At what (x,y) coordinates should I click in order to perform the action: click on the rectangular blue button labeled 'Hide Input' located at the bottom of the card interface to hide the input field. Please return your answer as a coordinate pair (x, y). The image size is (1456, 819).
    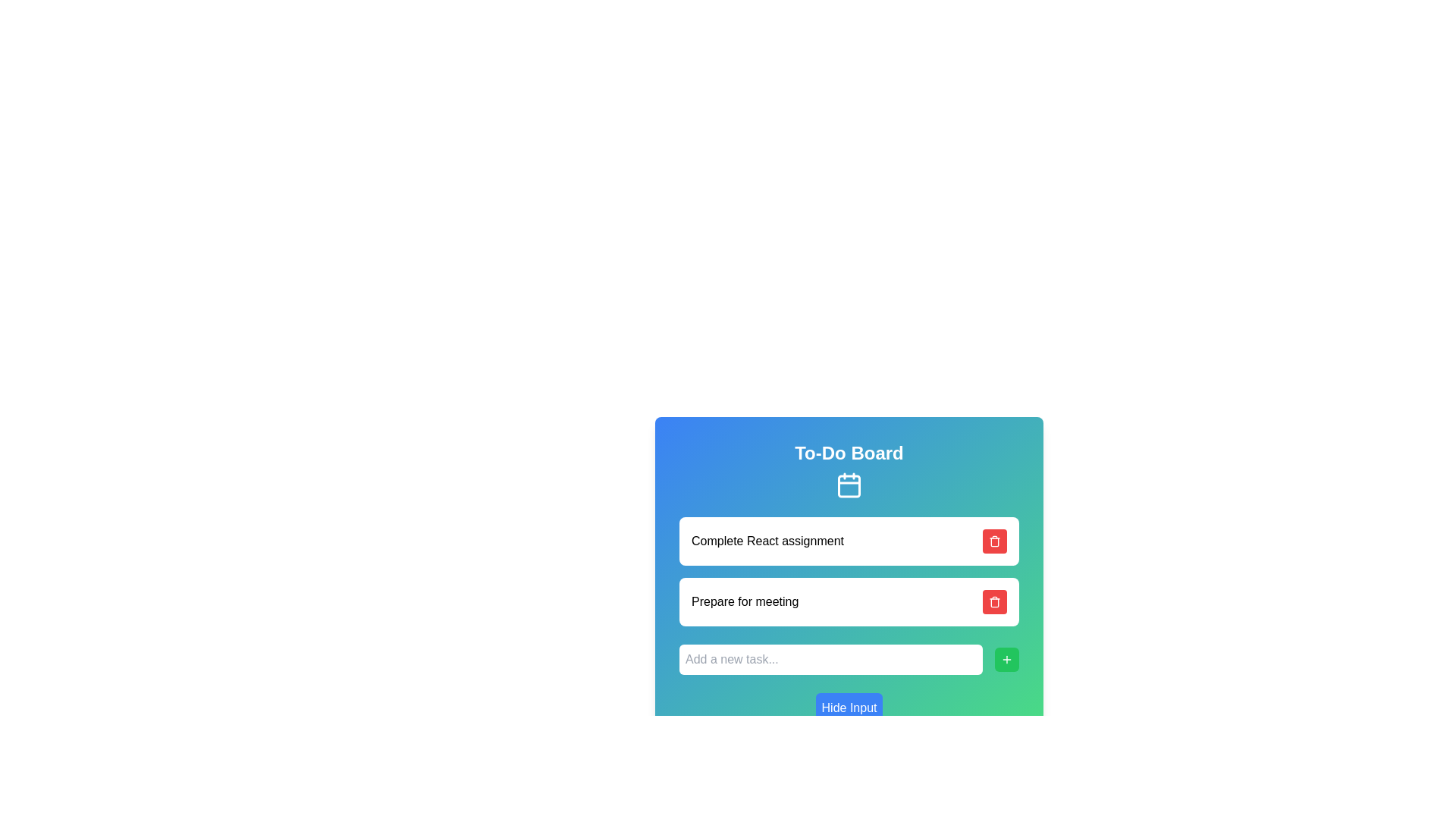
    Looking at the image, I should click on (848, 708).